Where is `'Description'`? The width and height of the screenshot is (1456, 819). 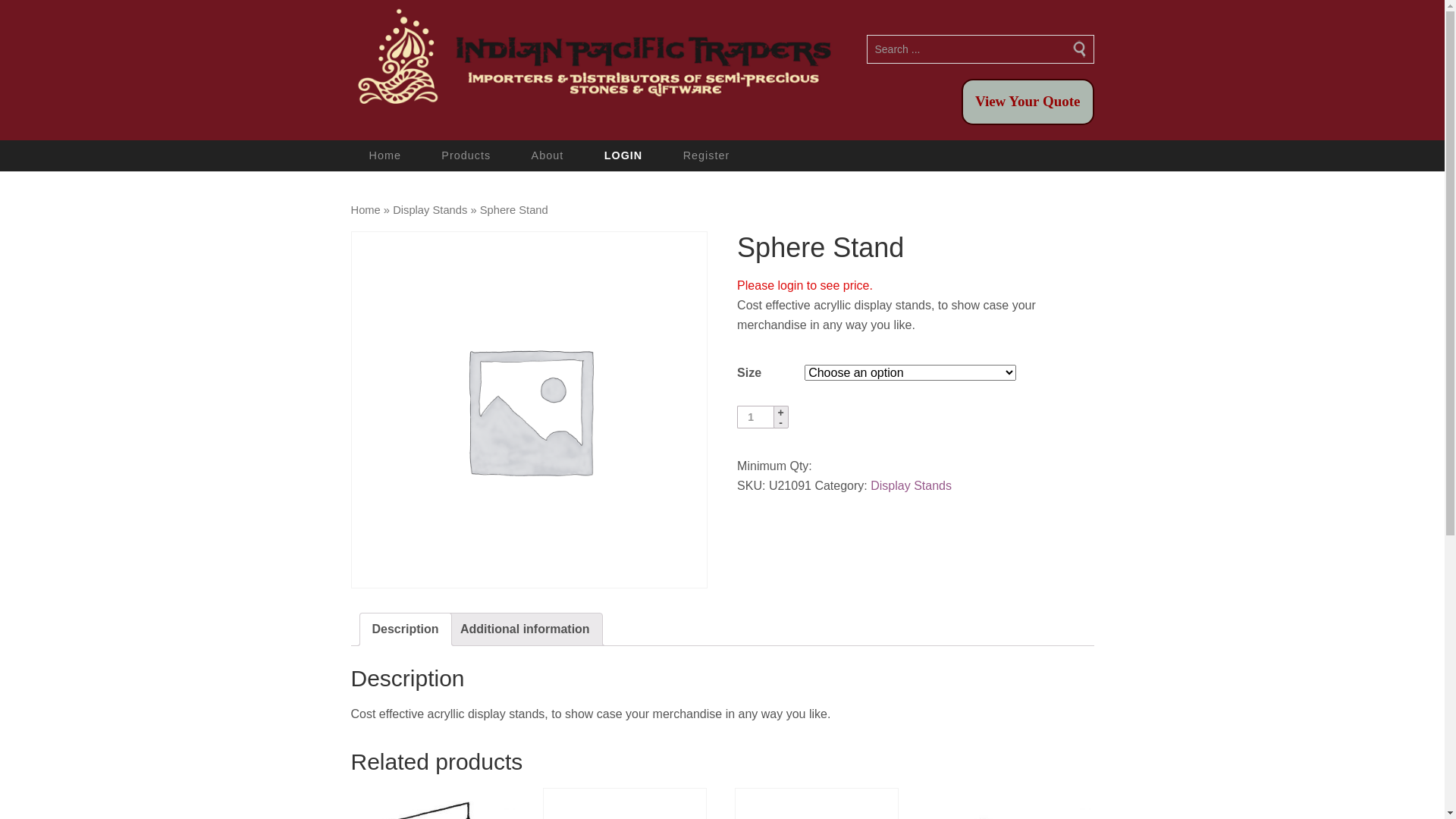
'Description' is located at coordinates (371, 629).